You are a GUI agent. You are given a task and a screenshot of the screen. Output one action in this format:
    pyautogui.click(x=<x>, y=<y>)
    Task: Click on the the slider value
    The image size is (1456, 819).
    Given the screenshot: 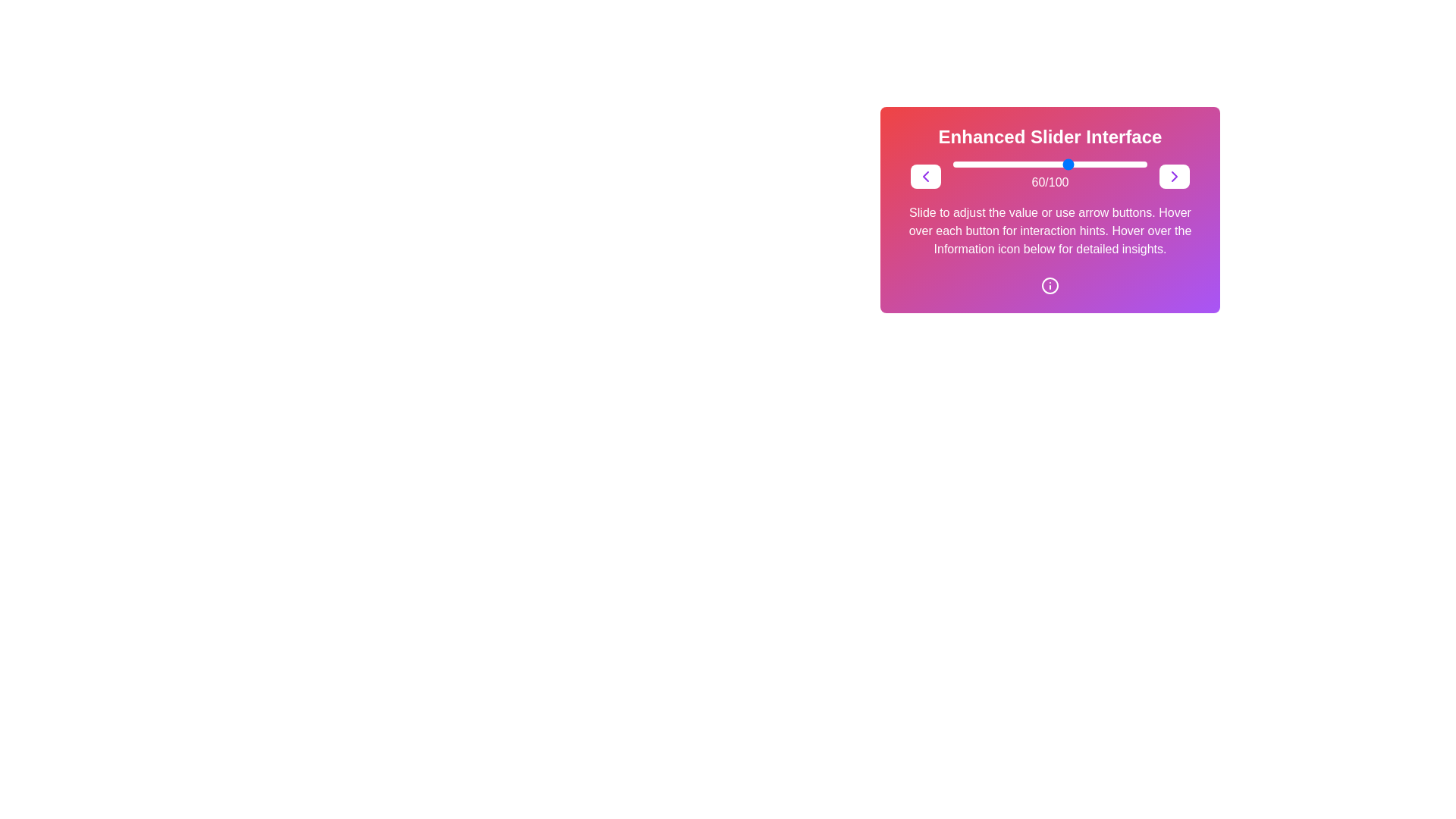 What is the action you would take?
    pyautogui.click(x=997, y=164)
    